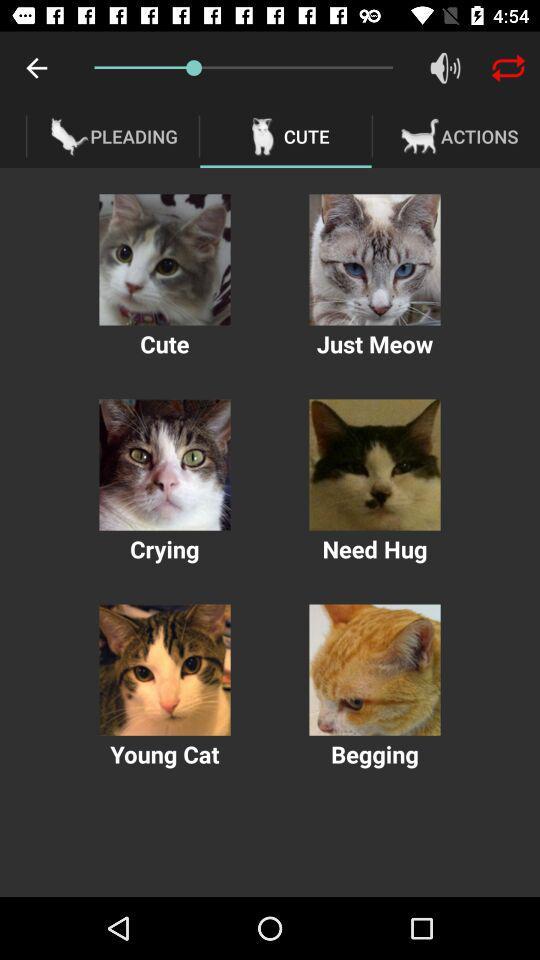 This screenshot has width=540, height=960. What do you see at coordinates (445, 68) in the screenshot?
I see `item above the actions icon` at bounding box center [445, 68].